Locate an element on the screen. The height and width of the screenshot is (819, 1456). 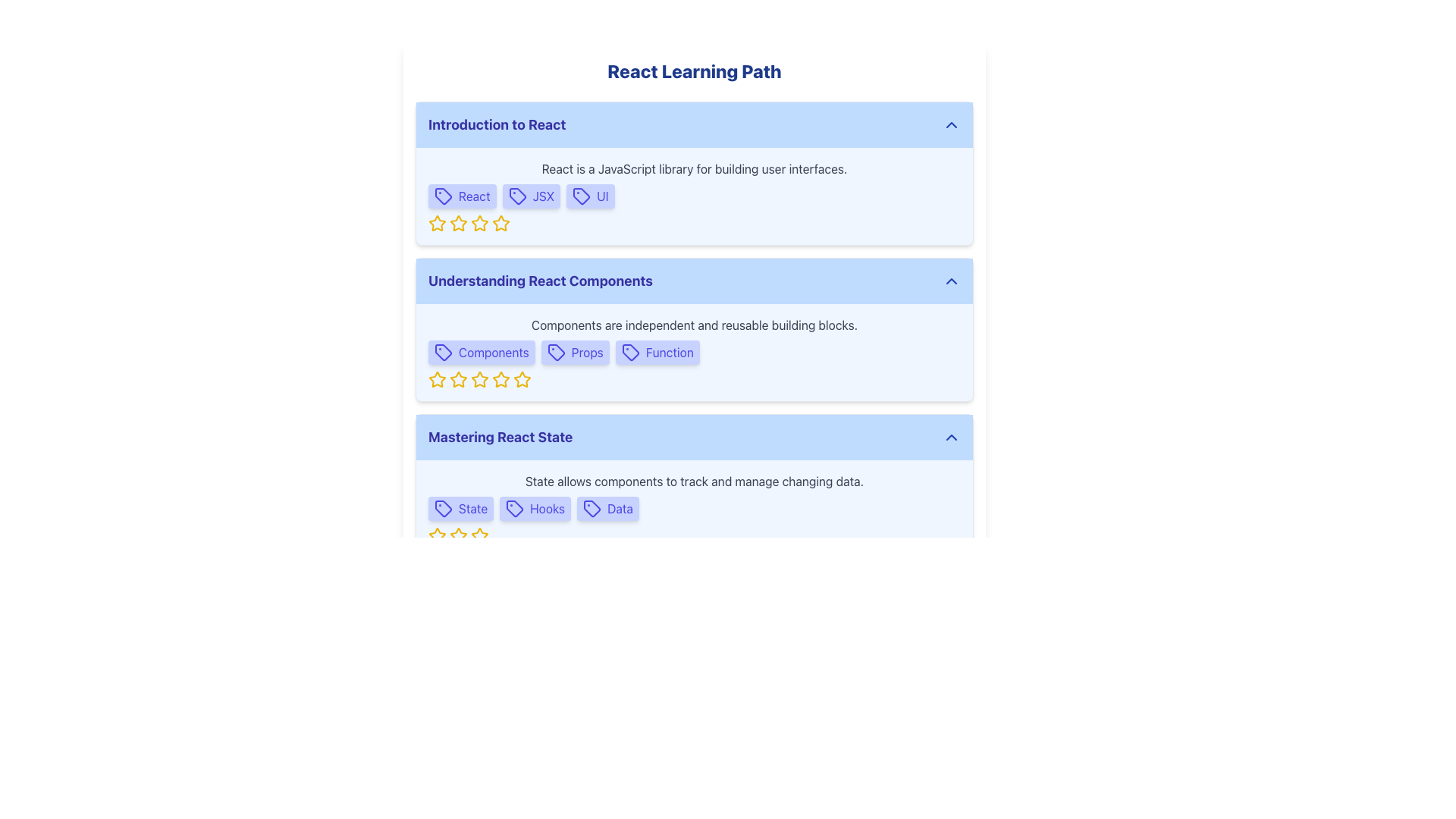
the first star icon in the horizontal group of five, located in the 'Mastering React State' section is located at coordinates (436, 535).